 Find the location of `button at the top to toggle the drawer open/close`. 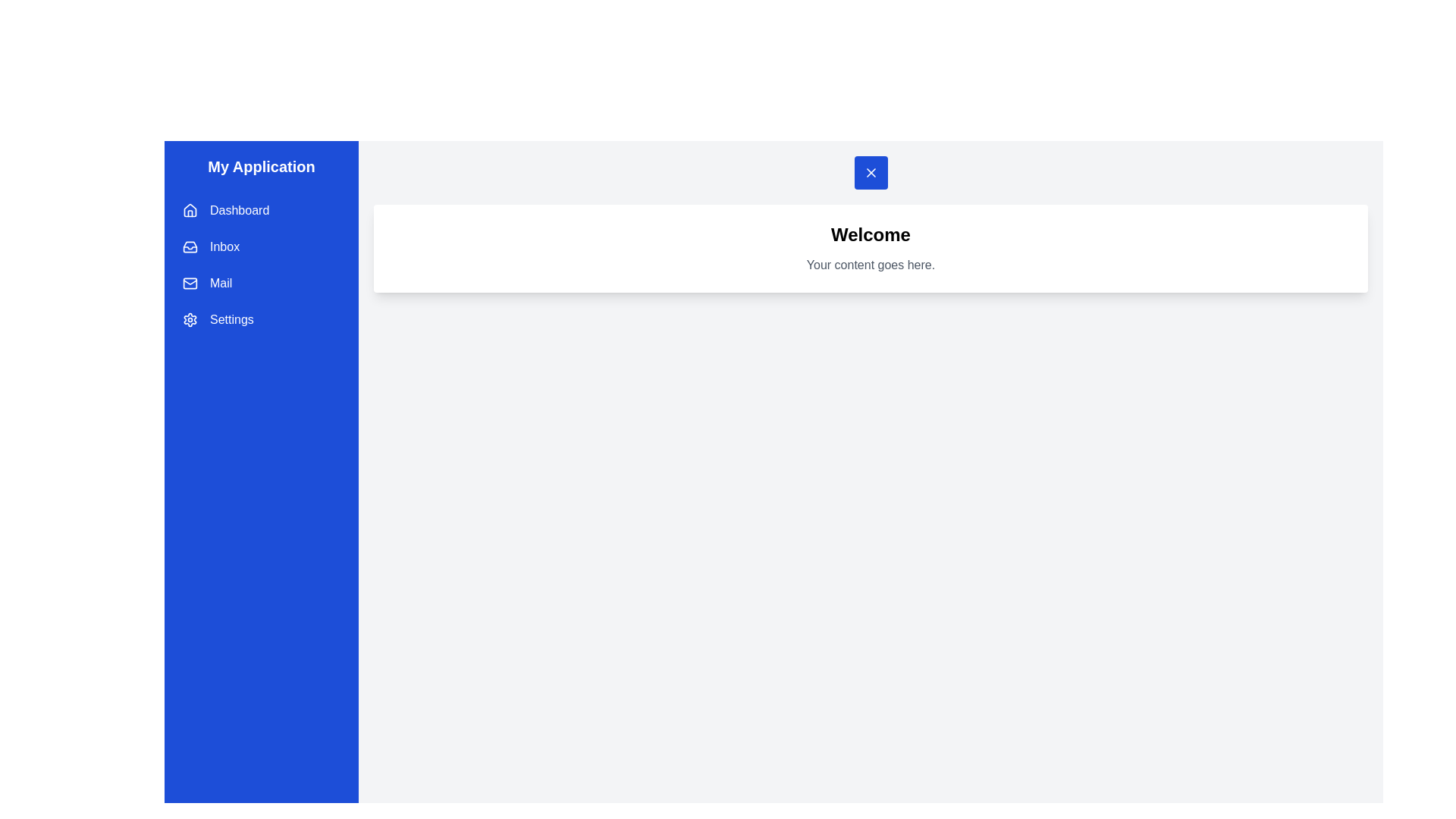

button at the top to toggle the drawer open/close is located at coordinates (871, 171).